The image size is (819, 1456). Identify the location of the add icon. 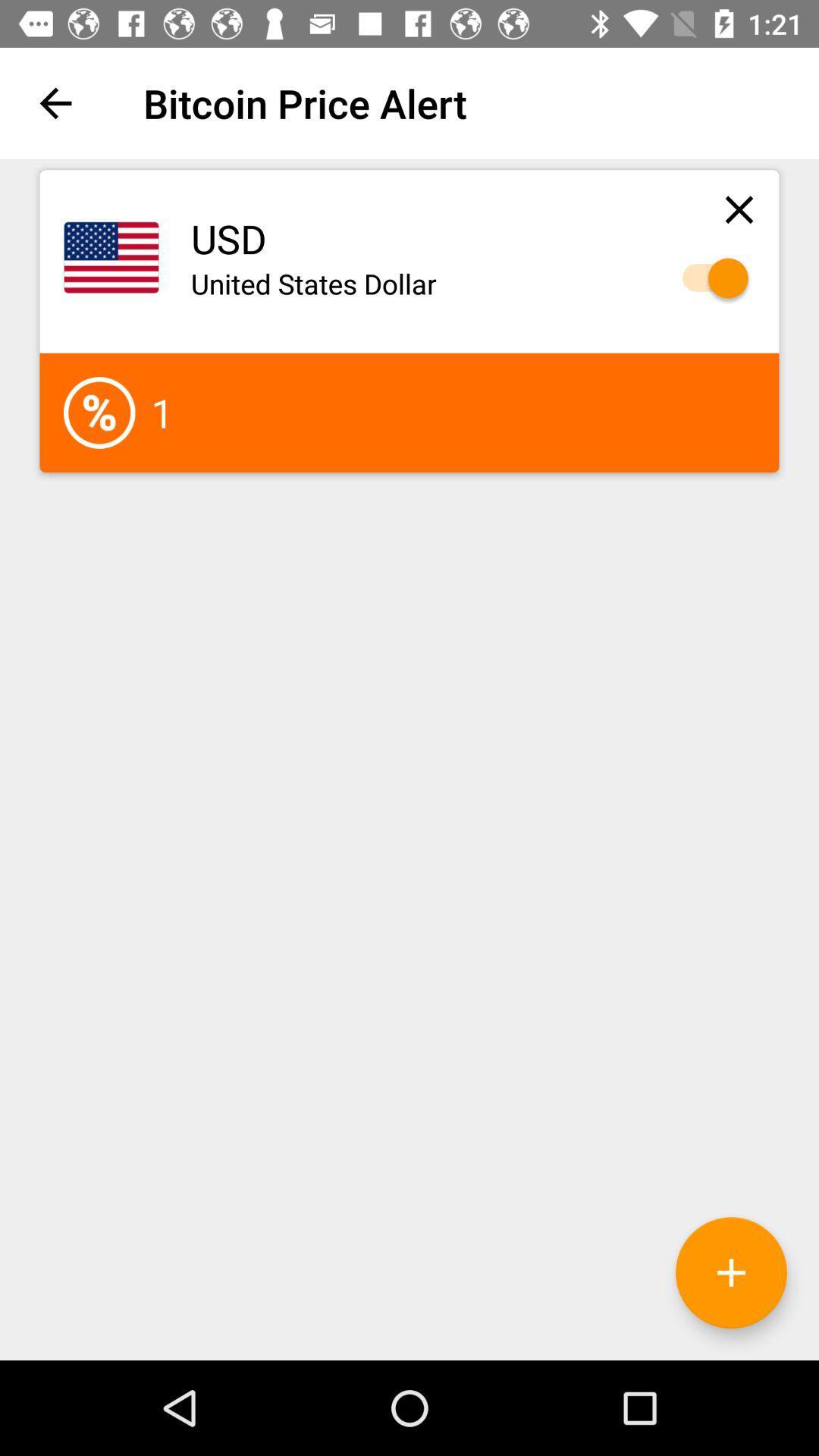
(730, 1272).